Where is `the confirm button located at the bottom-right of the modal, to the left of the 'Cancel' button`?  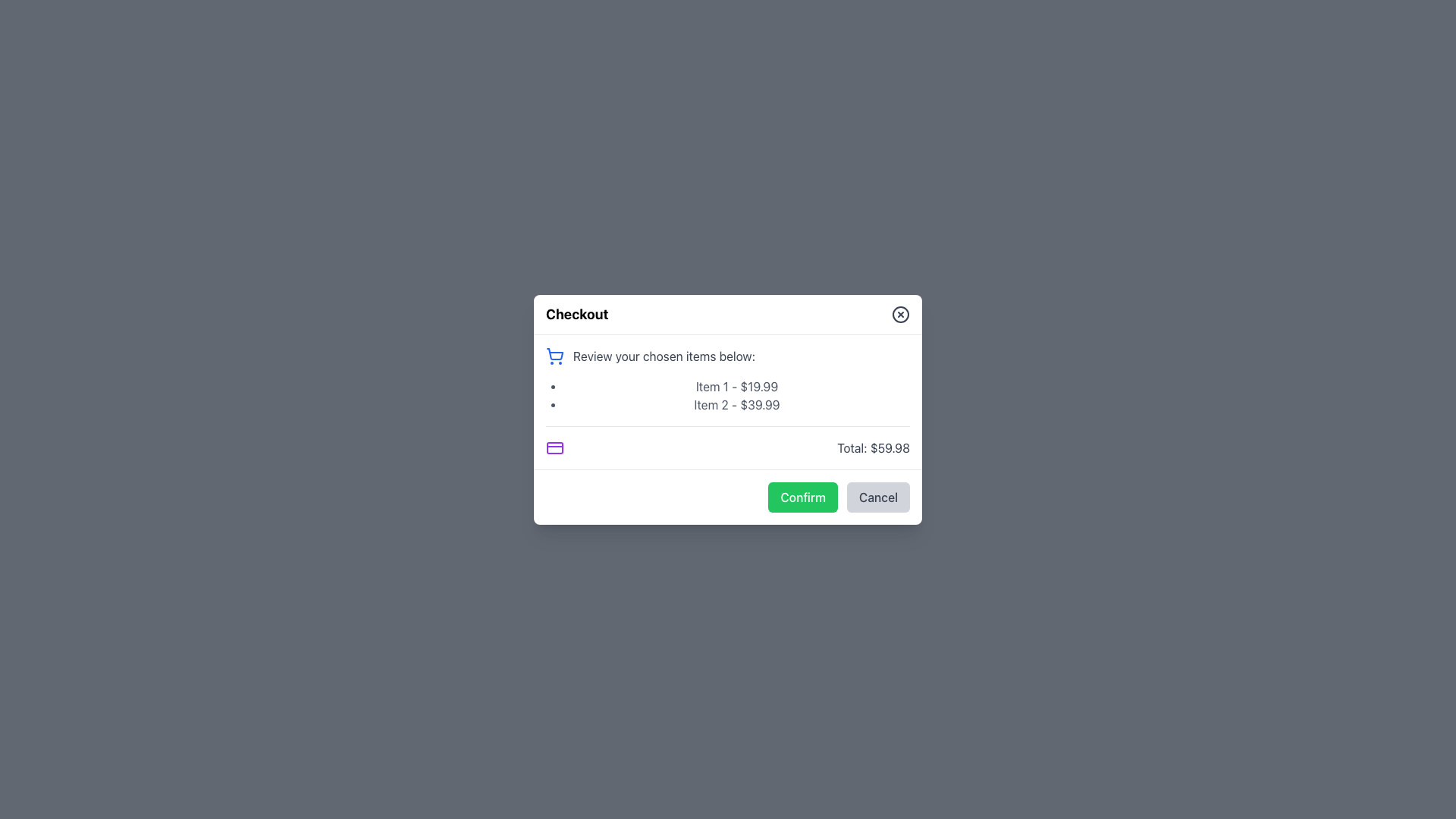
the confirm button located at the bottom-right of the modal, to the left of the 'Cancel' button is located at coordinates (802, 497).